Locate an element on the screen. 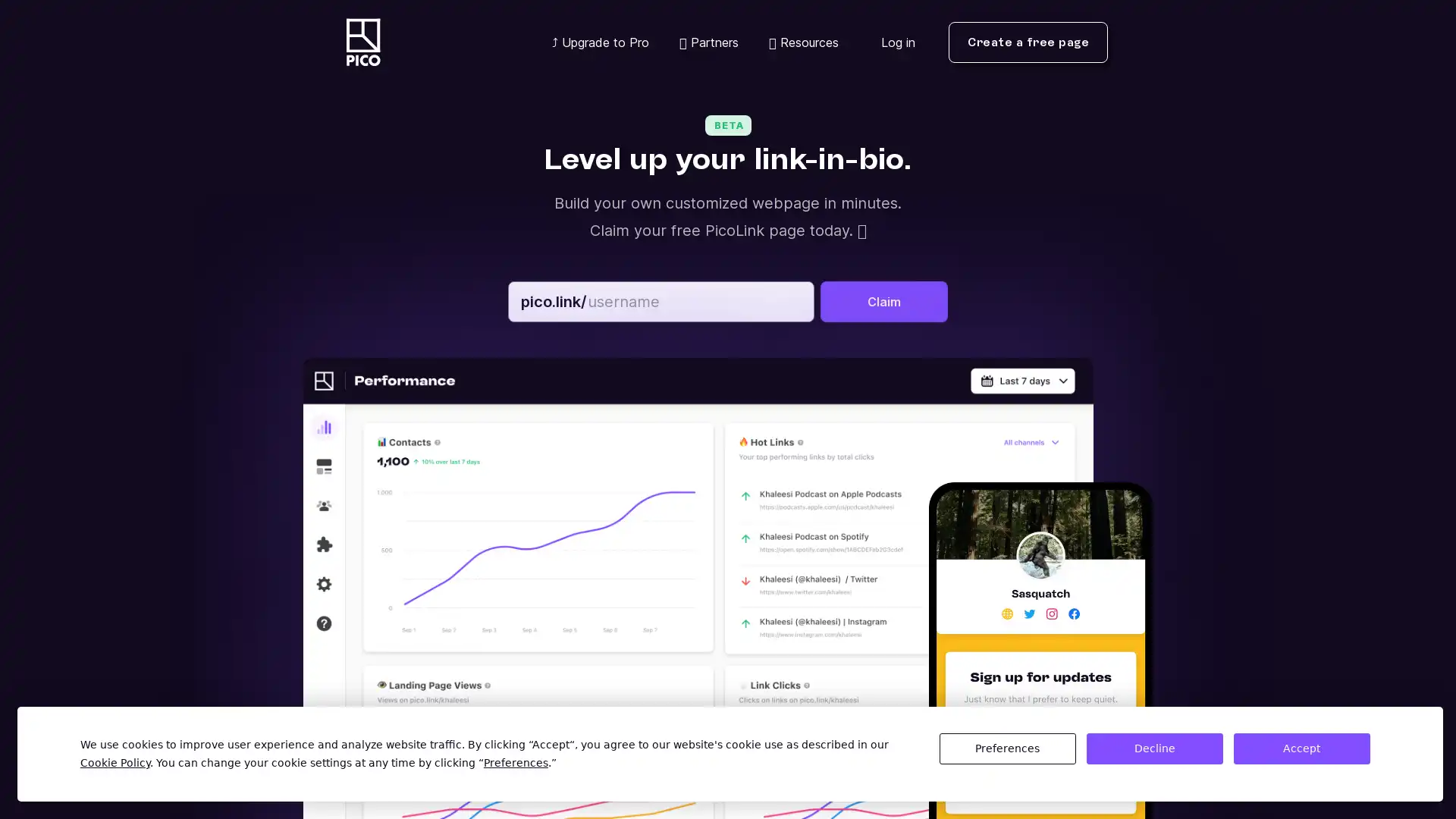 This screenshot has height=819, width=1456. Claim is located at coordinates (884, 301).